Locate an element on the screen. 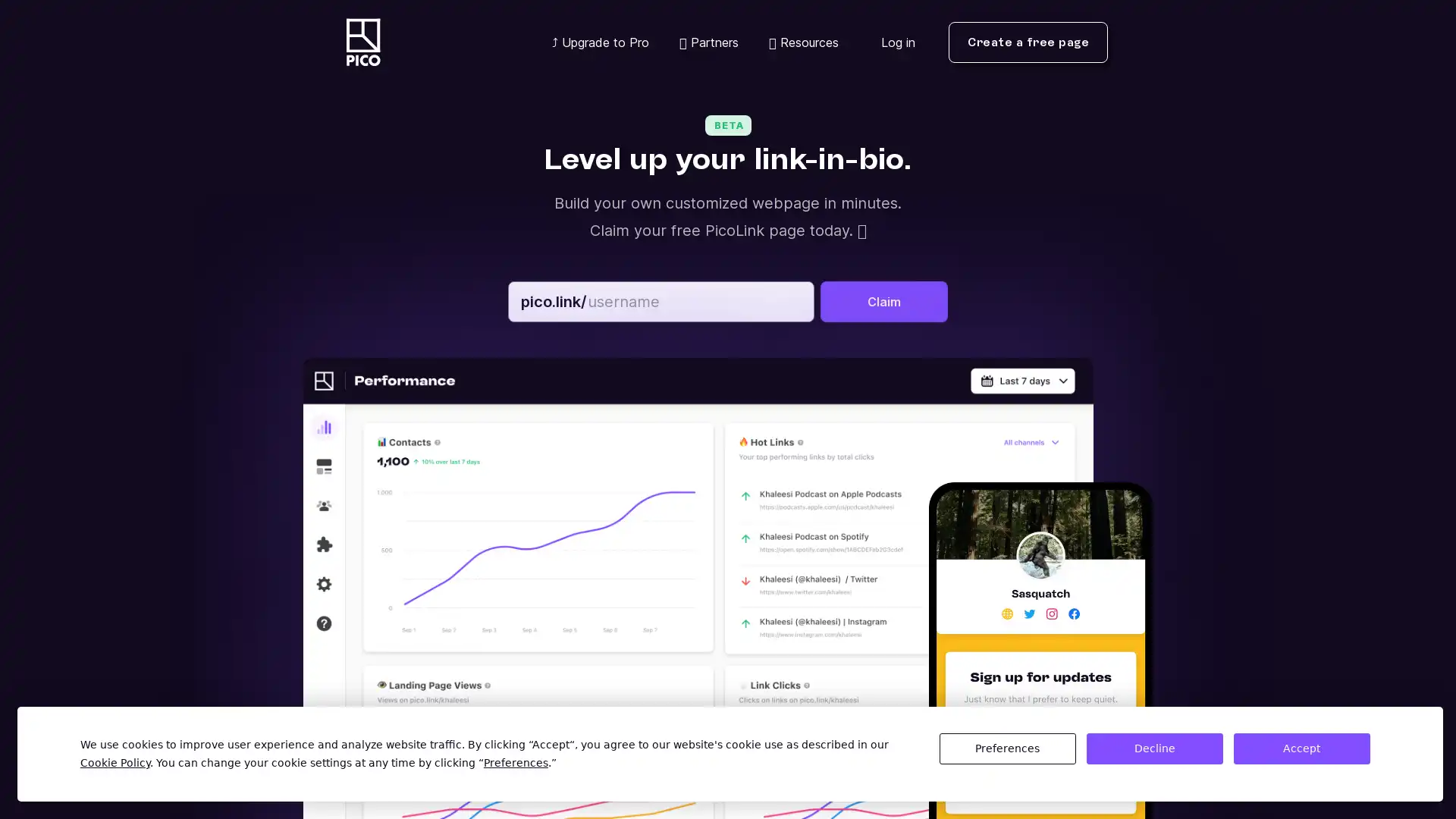 This screenshot has height=819, width=1456. Claim is located at coordinates (884, 301).